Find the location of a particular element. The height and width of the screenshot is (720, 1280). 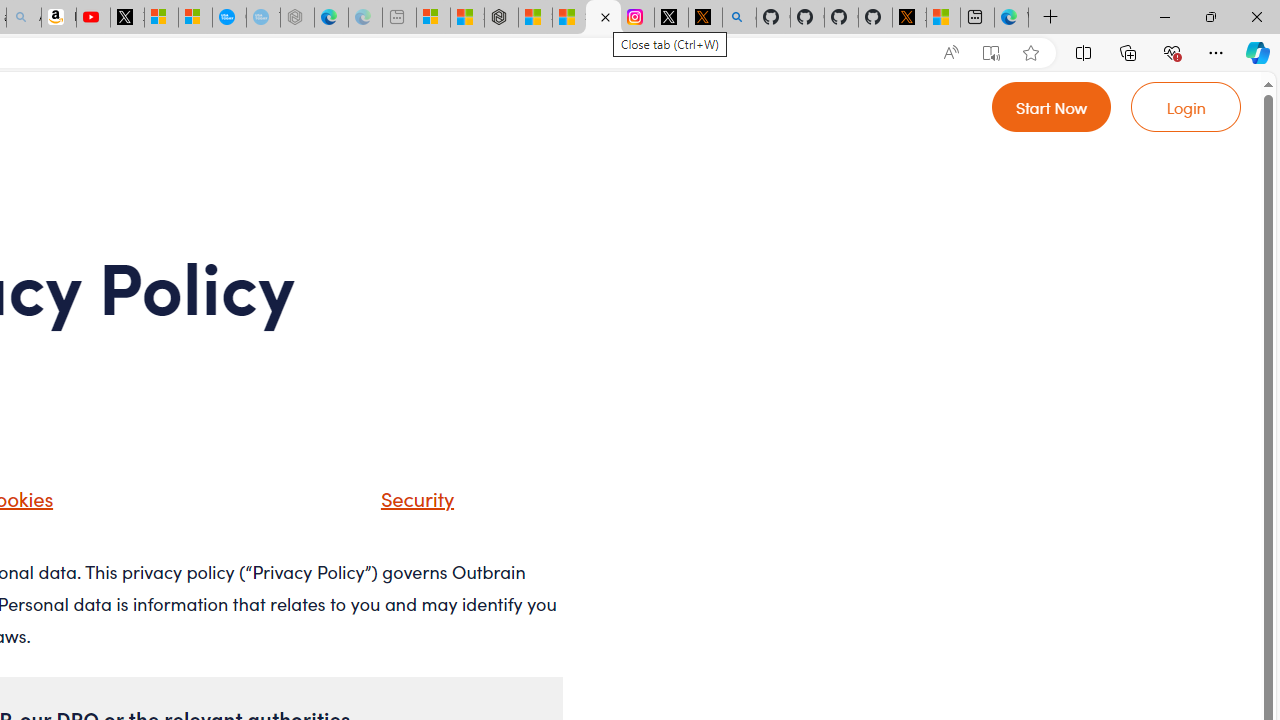

'Go to login' is located at coordinates (1186, 106).